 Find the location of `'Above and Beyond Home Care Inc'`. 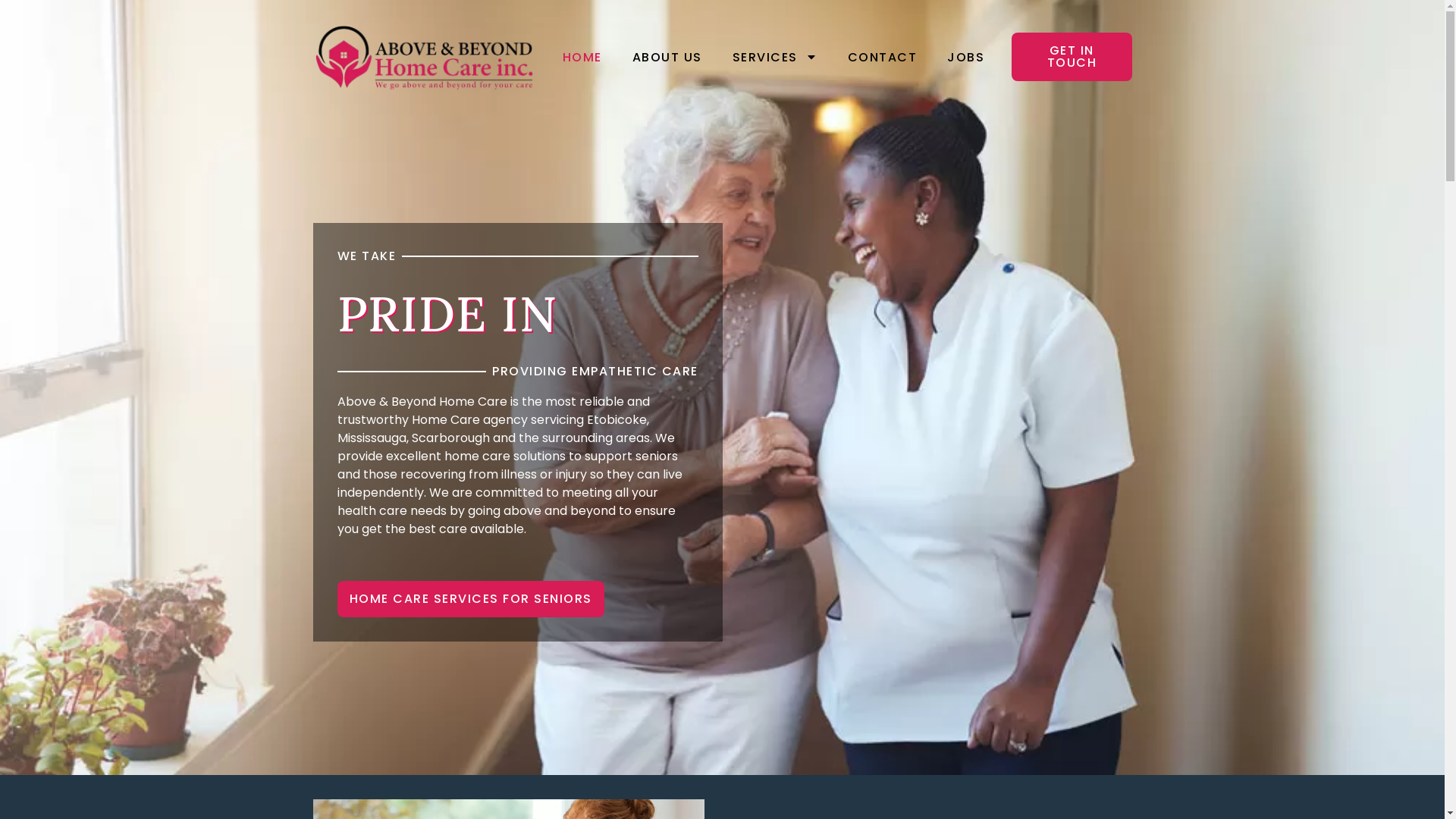

'Above and Beyond Home Care Inc' is located at coordinates (423, 55).